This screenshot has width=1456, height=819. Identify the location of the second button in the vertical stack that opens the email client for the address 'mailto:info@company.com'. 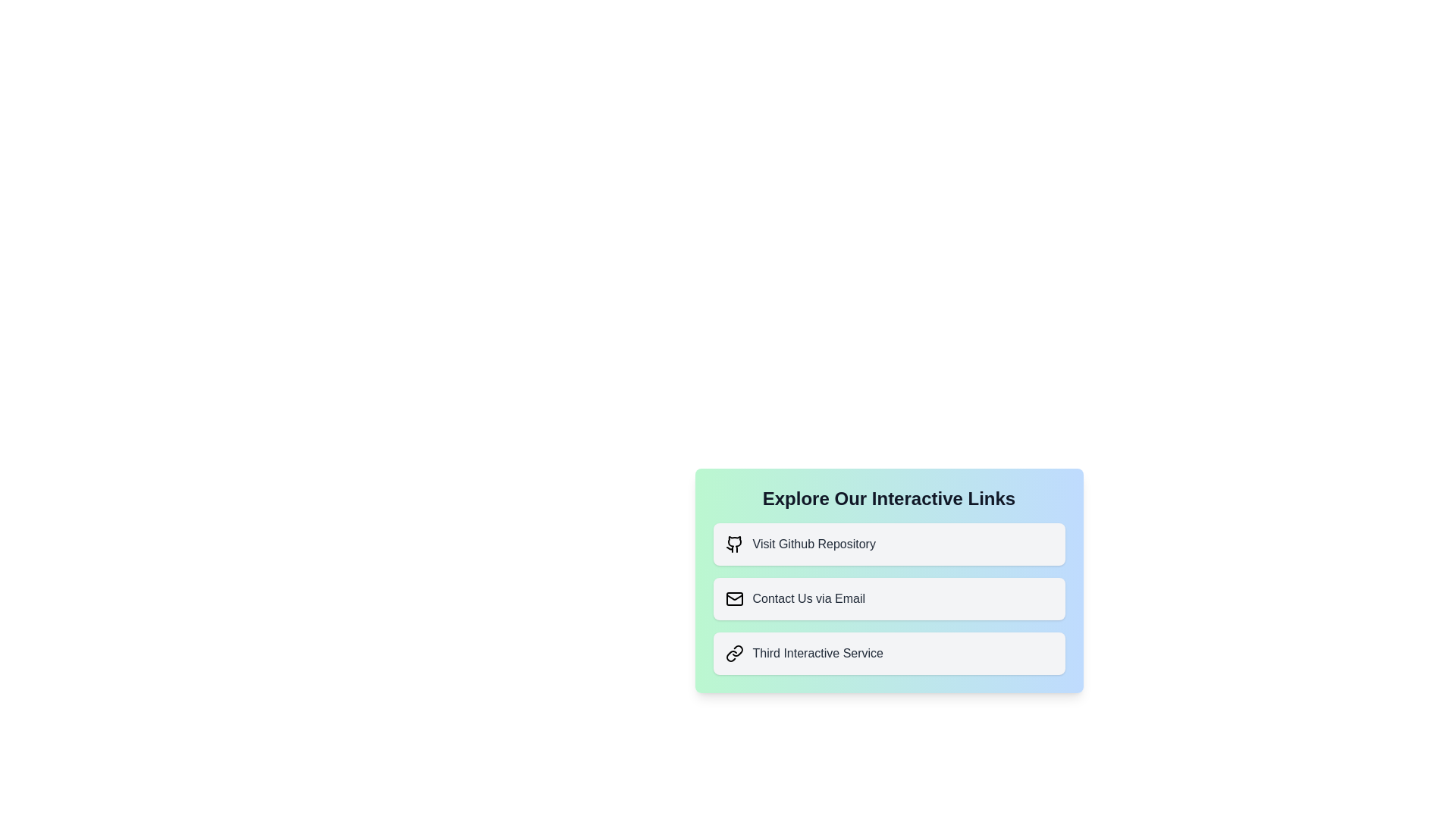
(889, 598).